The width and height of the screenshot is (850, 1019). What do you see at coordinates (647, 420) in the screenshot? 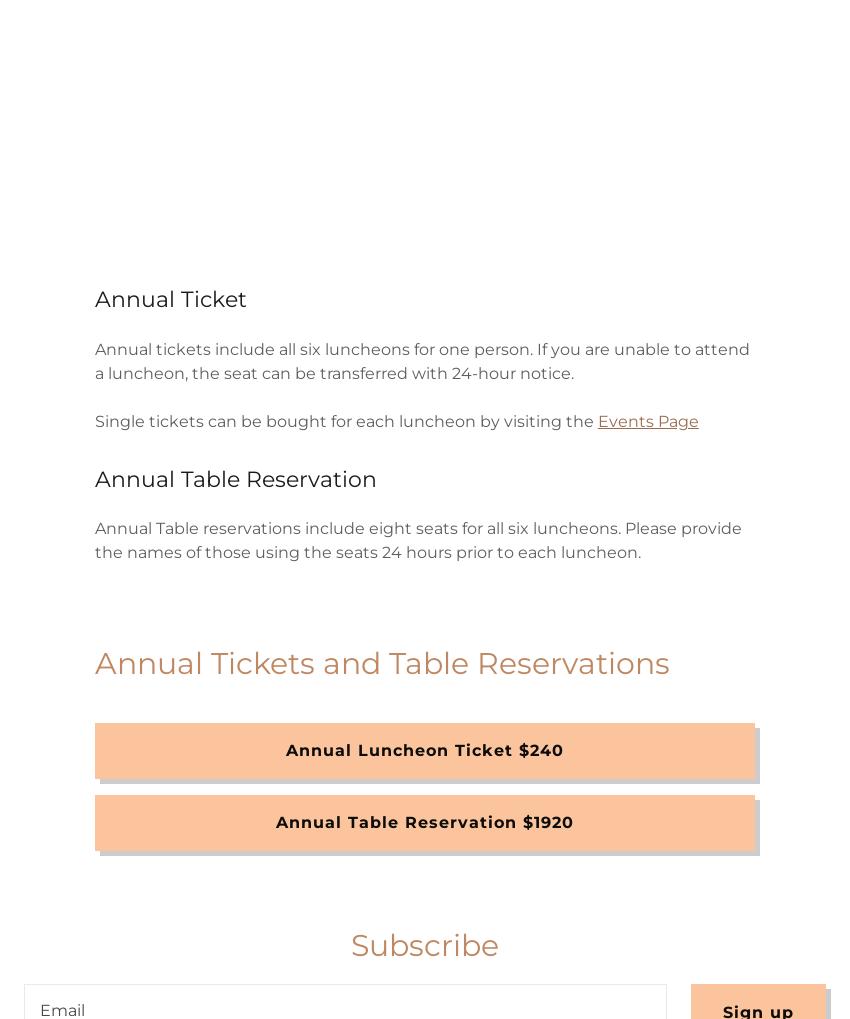
I see `'Events Page'` at bounding box center [647, 420].